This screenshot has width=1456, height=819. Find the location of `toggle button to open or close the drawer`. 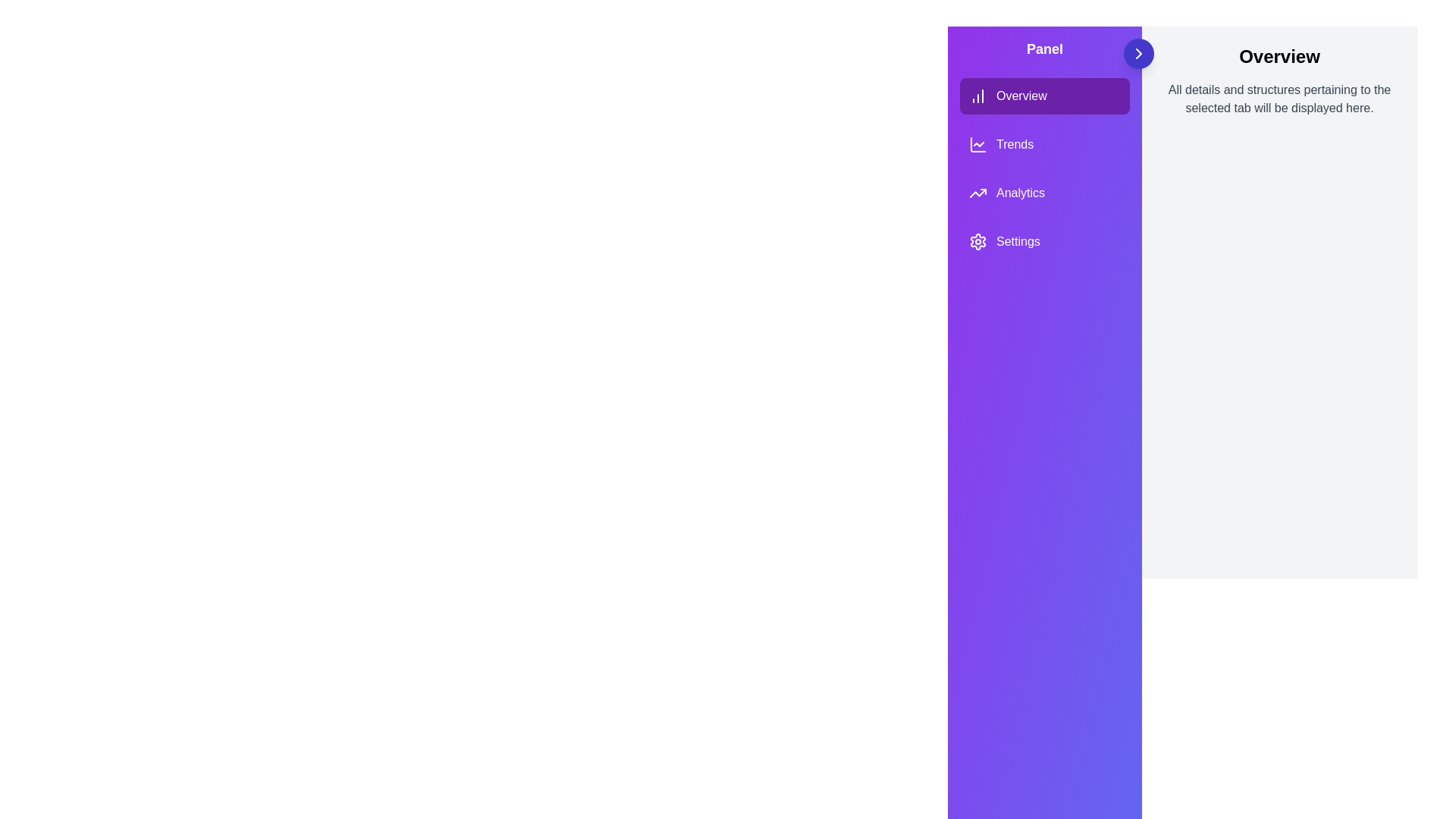

toggle button to open or close the drawer is located at coordinates (1139, 52).